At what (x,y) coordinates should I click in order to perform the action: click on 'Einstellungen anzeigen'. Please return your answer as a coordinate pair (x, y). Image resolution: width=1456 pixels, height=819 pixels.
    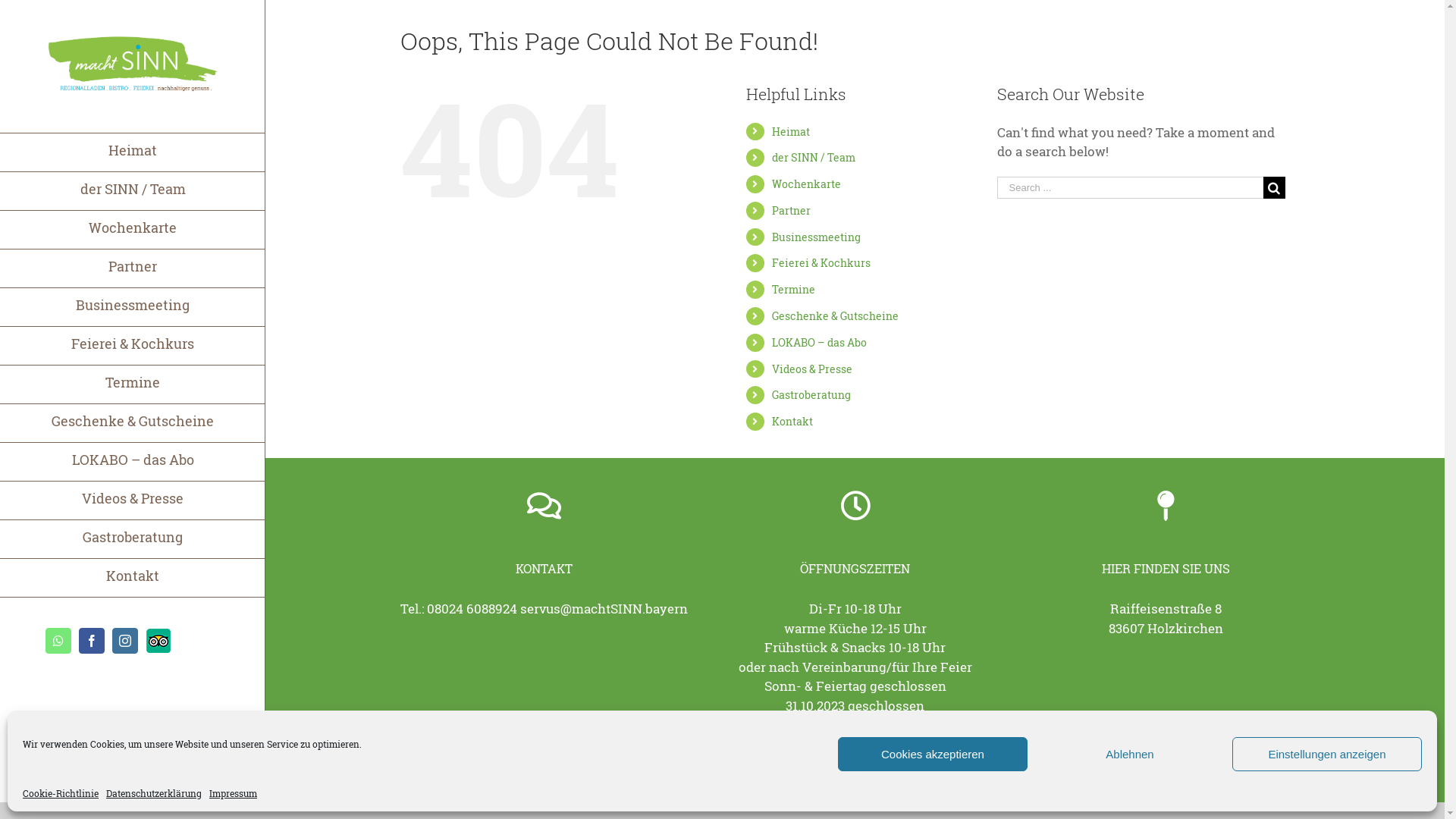
    Looking at the image, I should click on (1326, 754).